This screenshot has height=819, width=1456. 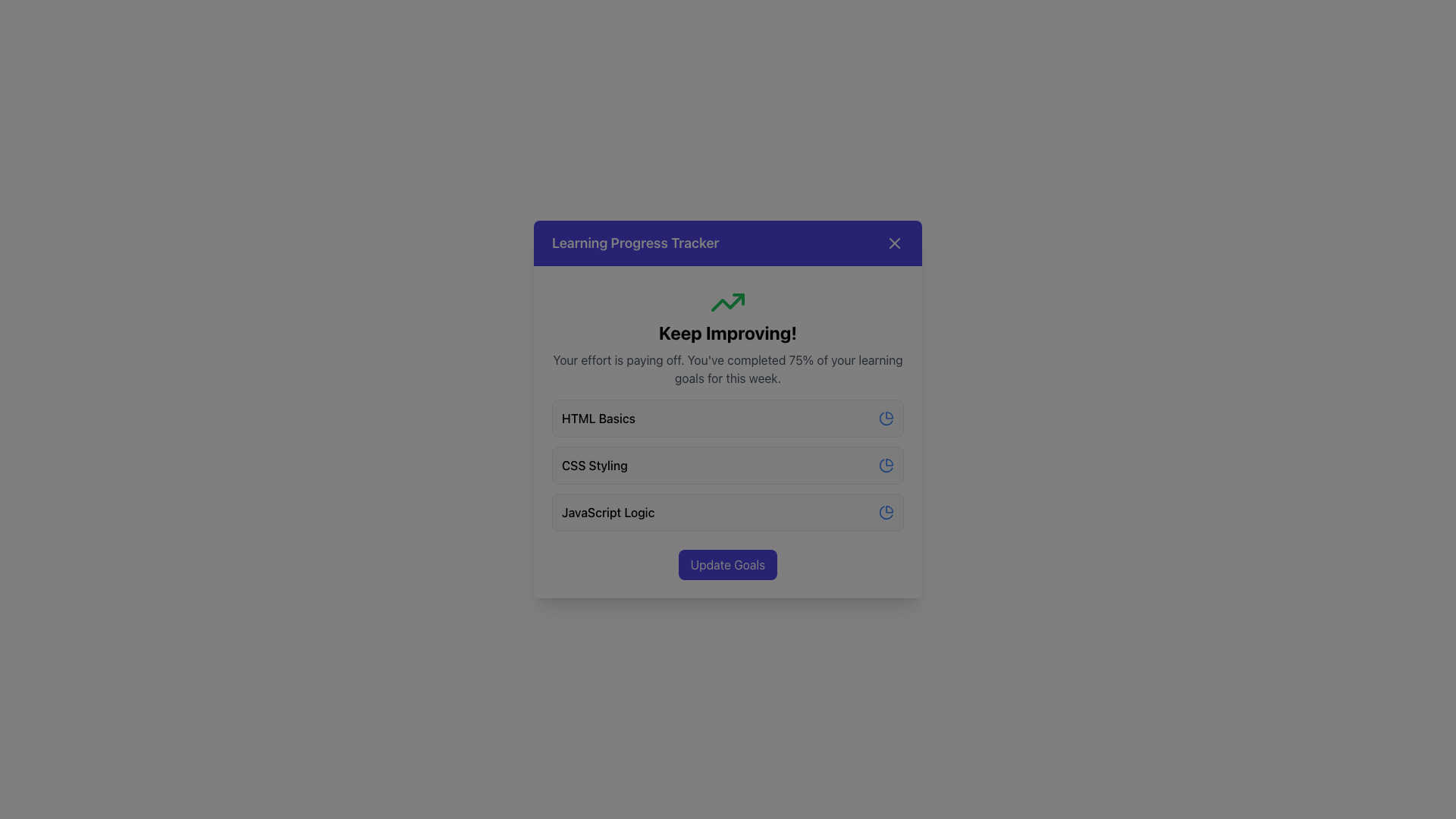 I want to click on the second list item in the dialog box that indicates 'CSS Styling', located between 'HTML Basics' and 'JavaScript Logic', so click(x=728, y=464).